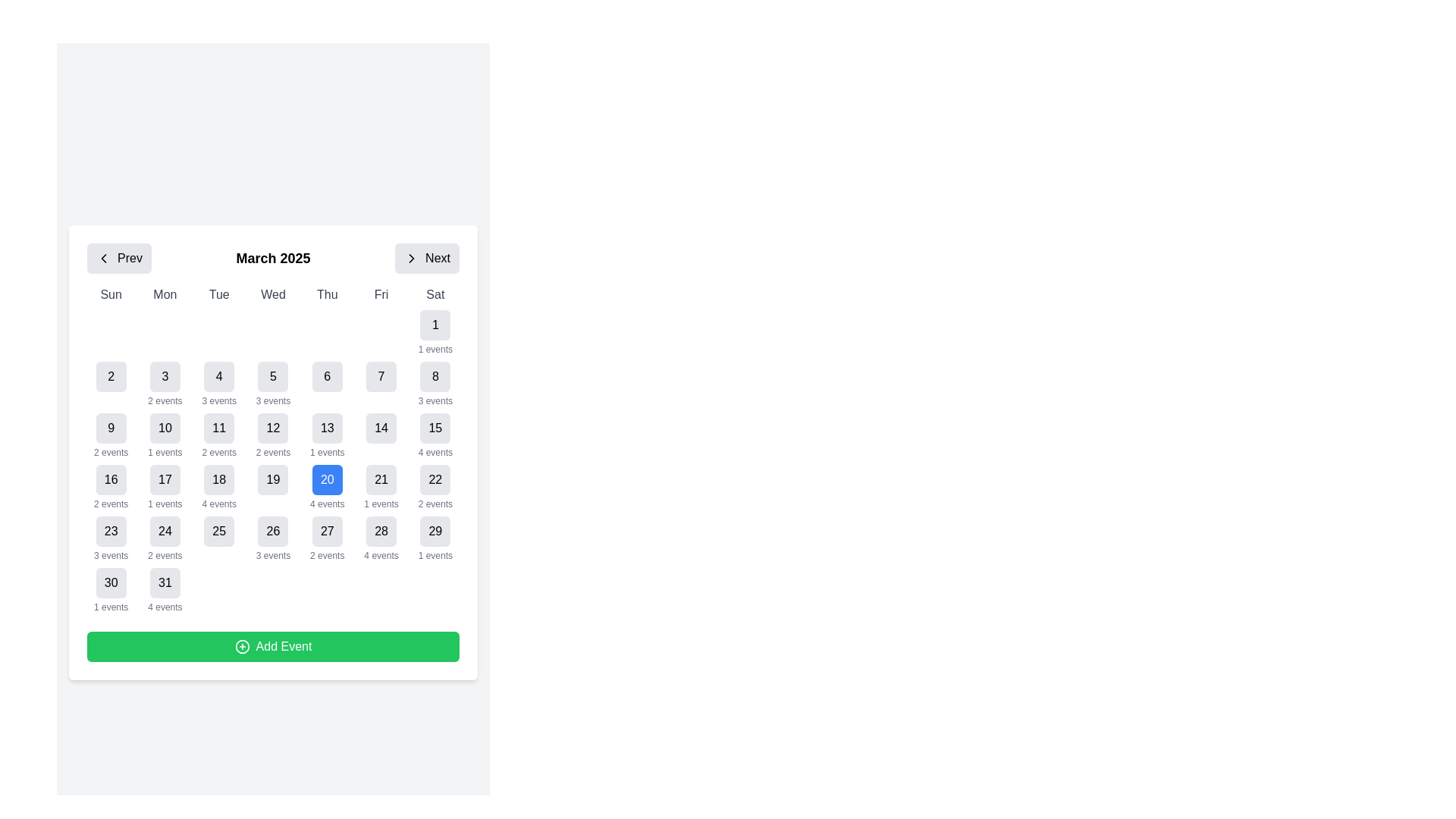 The height and width of the screenshot is (819, 1456). I want to click on the square button with the number '1', so click(435, 324).